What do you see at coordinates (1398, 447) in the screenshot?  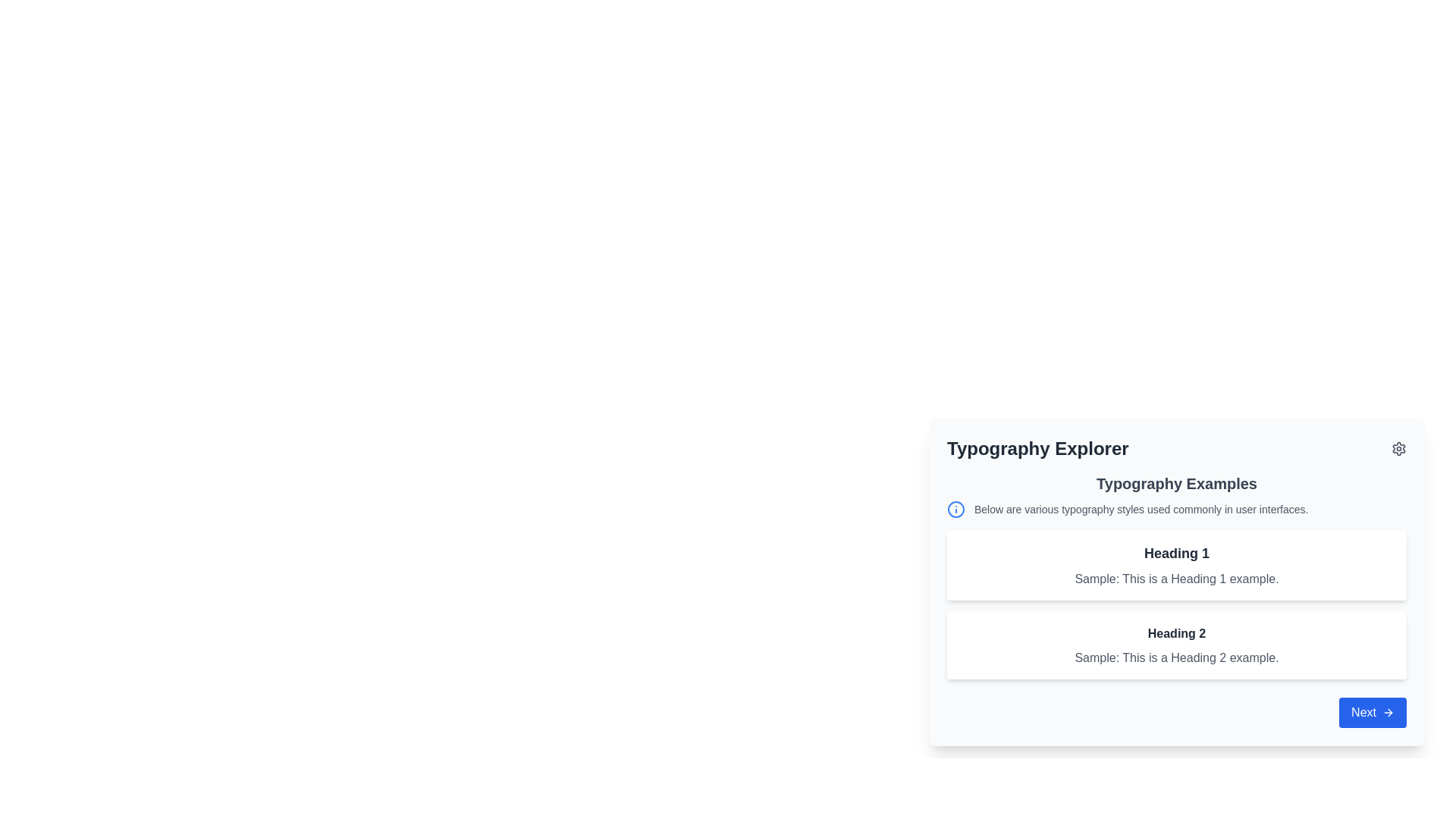 I see `the outlined gray gear icon located on the far-right of the title bar of the 'Typography Explorer' box` at bounding box center [1398, 447].